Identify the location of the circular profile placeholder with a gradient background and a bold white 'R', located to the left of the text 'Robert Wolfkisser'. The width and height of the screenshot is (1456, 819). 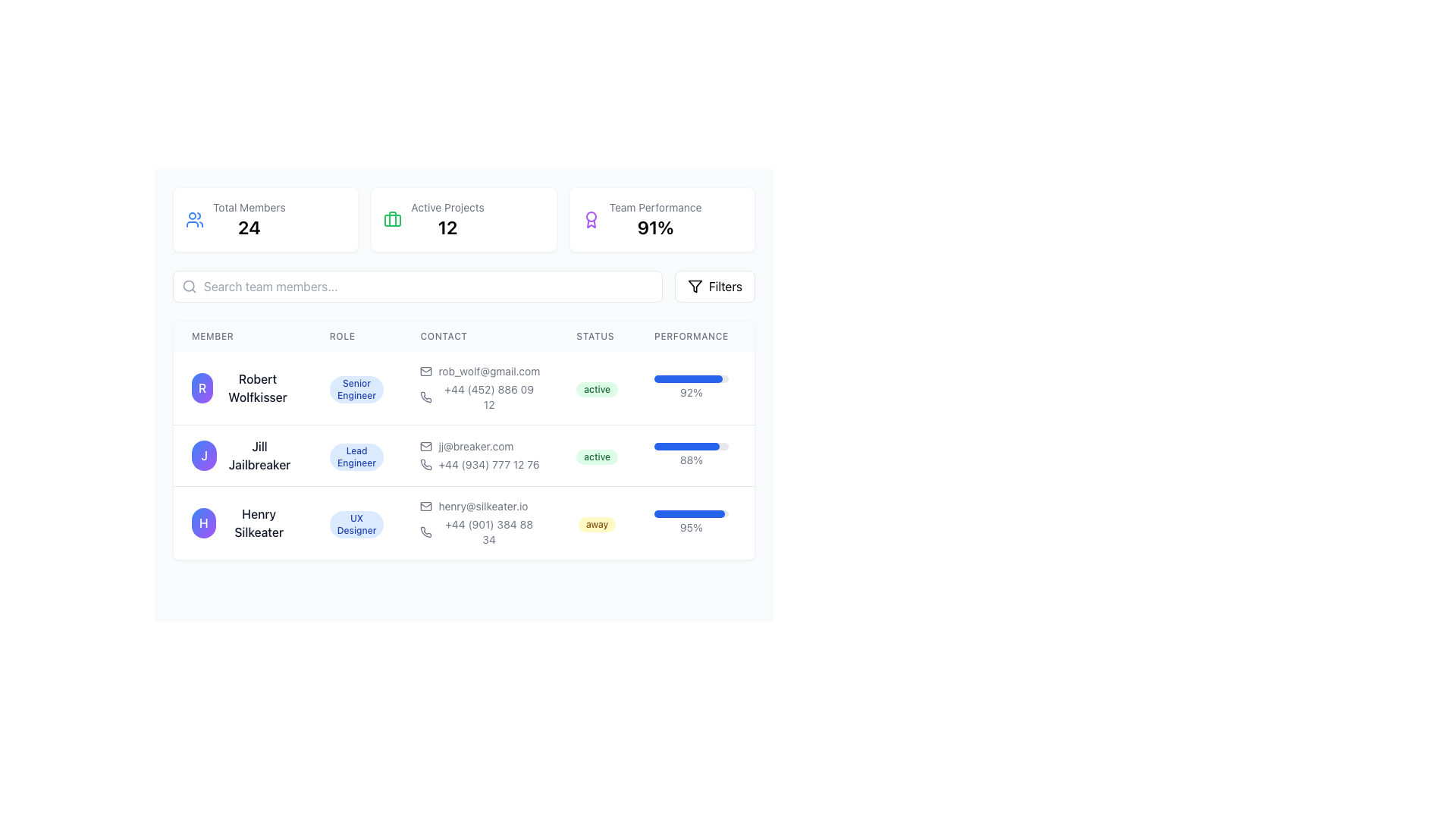
(202, 388).